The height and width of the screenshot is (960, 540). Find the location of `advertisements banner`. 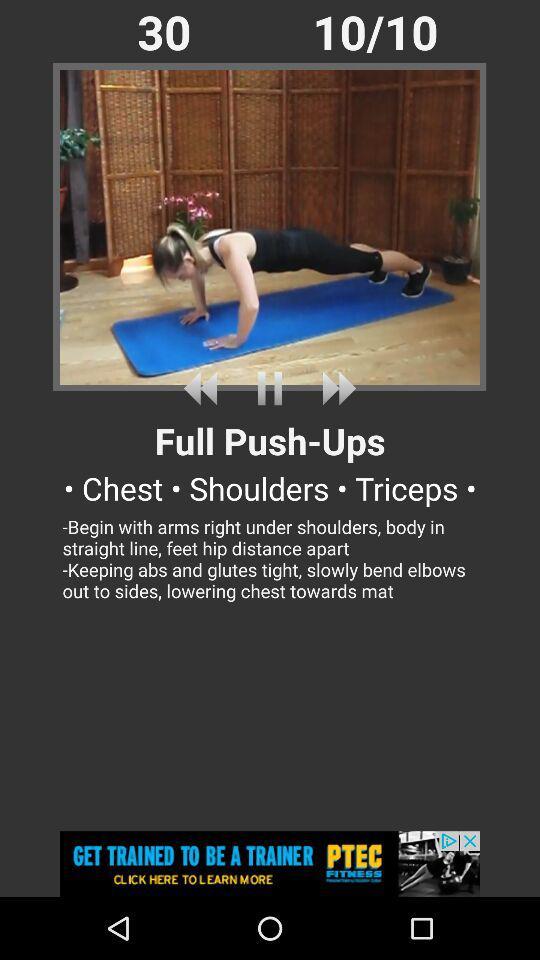

advertisements banner is located at coordinates (270, 863).